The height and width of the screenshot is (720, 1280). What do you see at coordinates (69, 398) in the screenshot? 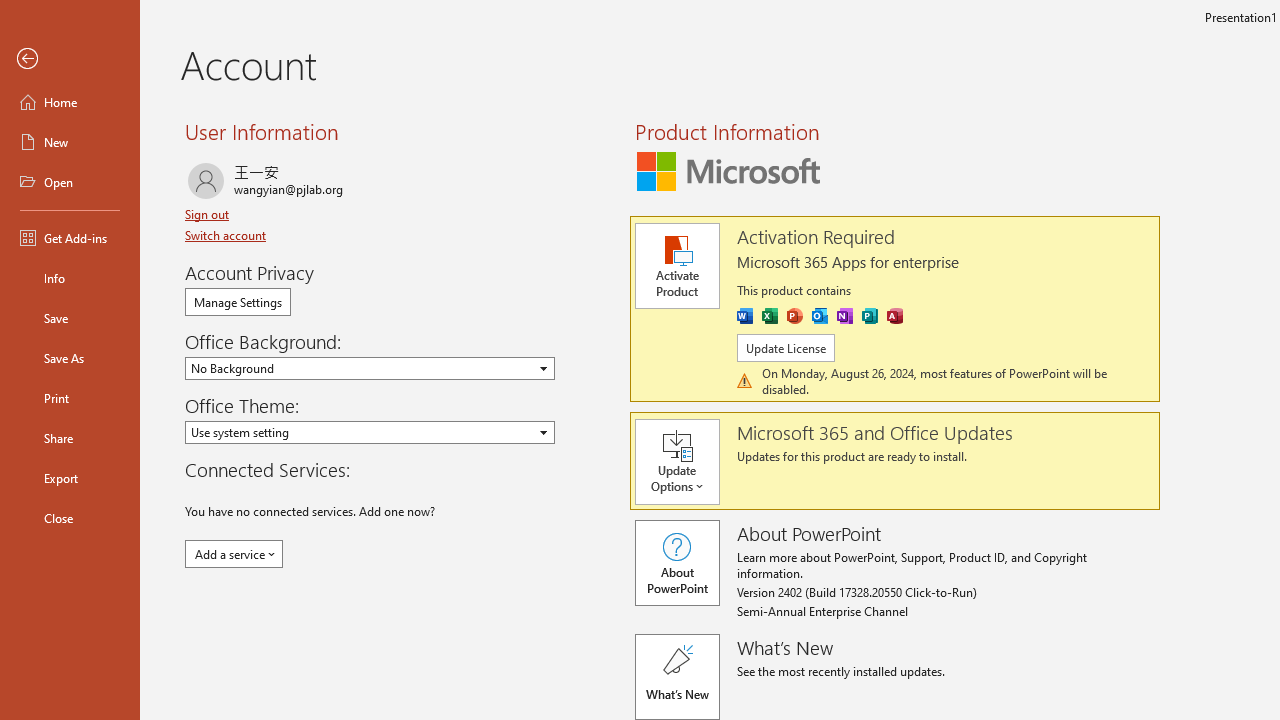
I see `'Print'` at bounding box center [69, 398].